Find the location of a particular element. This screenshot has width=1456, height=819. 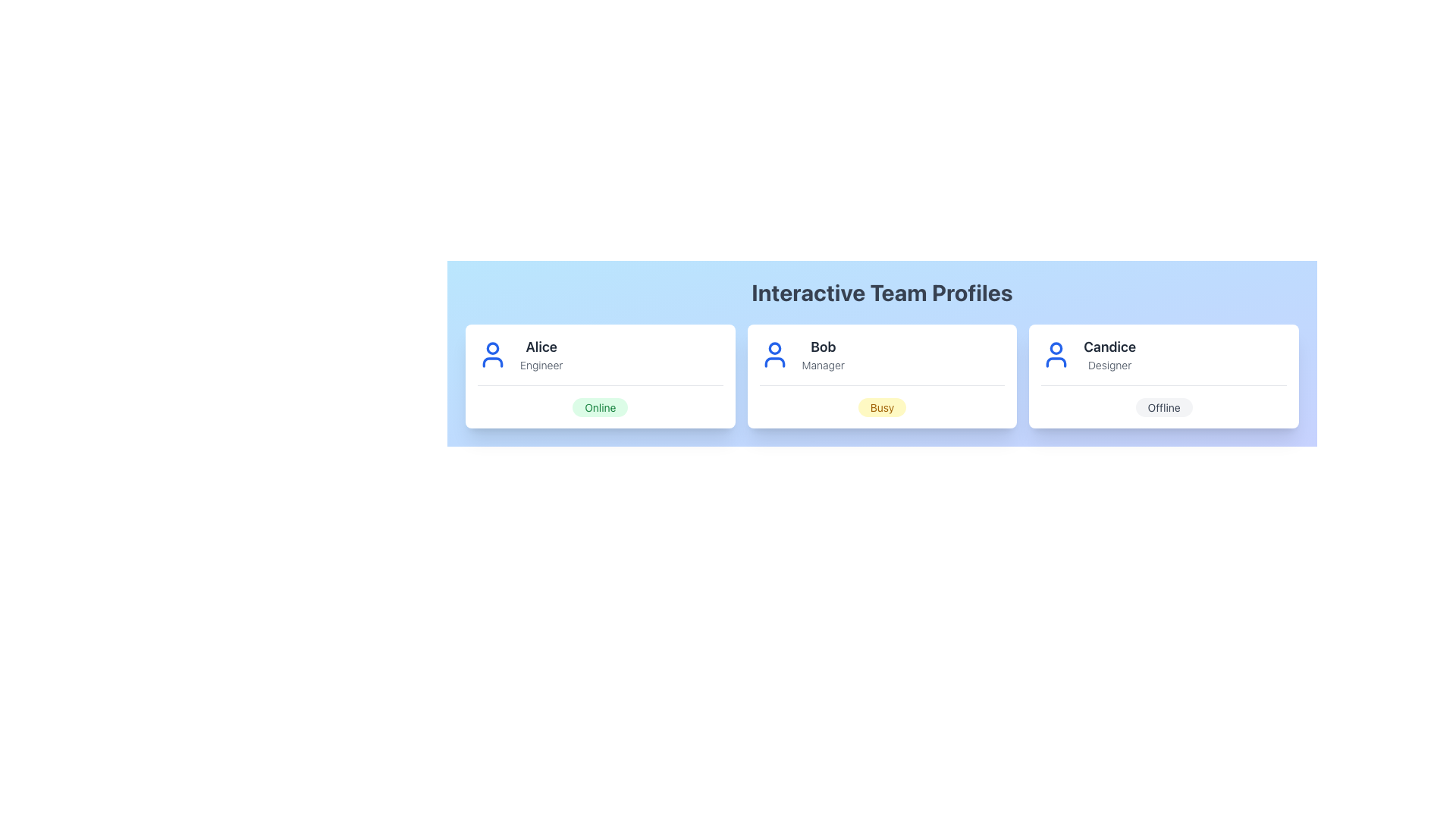

the text block displaying 'Bob' as the 'Manager' located at the center of the second card in a three-card layout is located at coordinates (822, 354).